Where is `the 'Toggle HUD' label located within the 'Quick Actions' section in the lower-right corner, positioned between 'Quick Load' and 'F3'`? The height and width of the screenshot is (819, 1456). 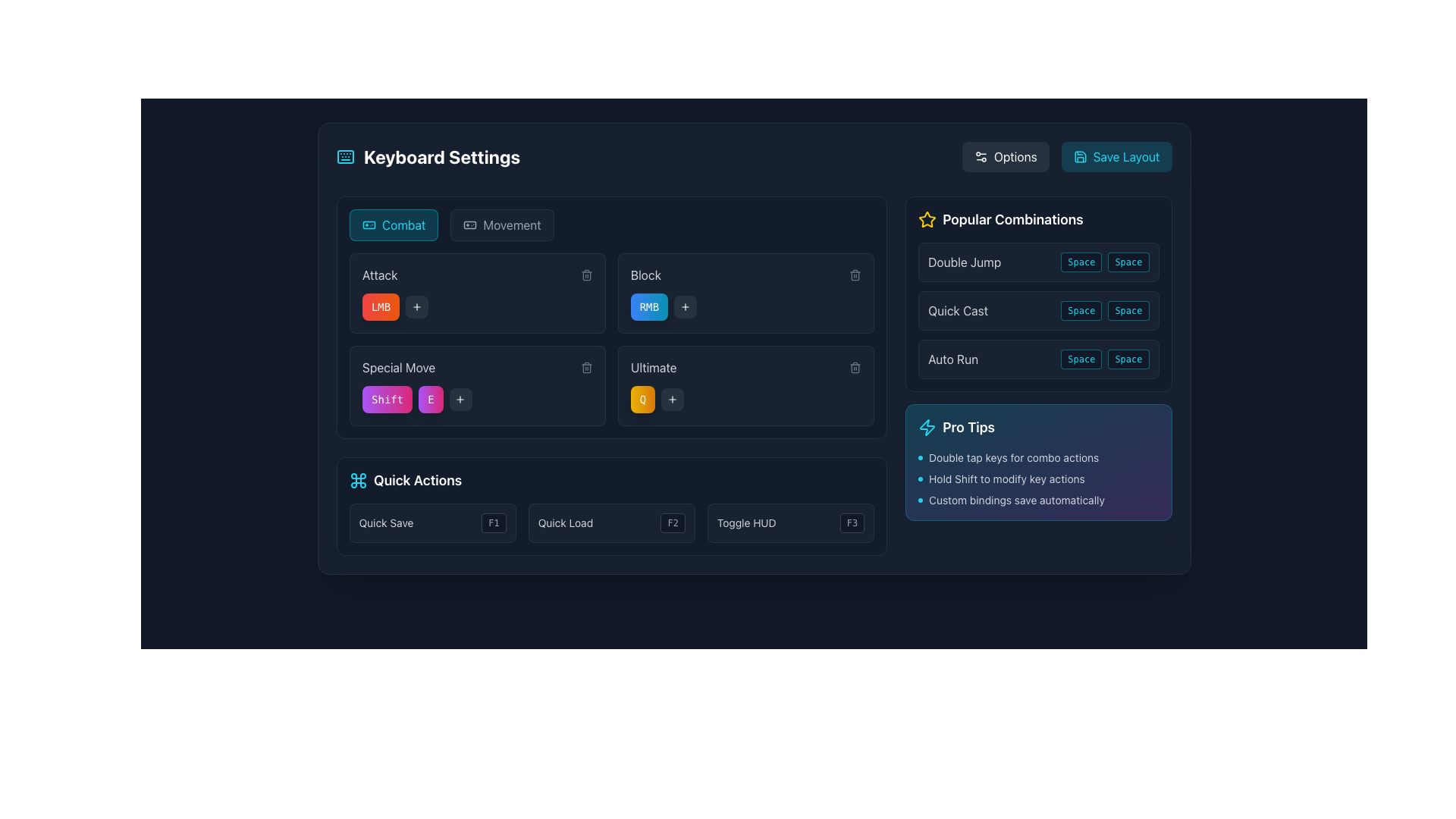 the 'Toggle HUD' label located within the 'Quick Actions' section in the lower-right corner, positioned between 'Quick Load' and 'F3' is located at coordinates (746, 522).